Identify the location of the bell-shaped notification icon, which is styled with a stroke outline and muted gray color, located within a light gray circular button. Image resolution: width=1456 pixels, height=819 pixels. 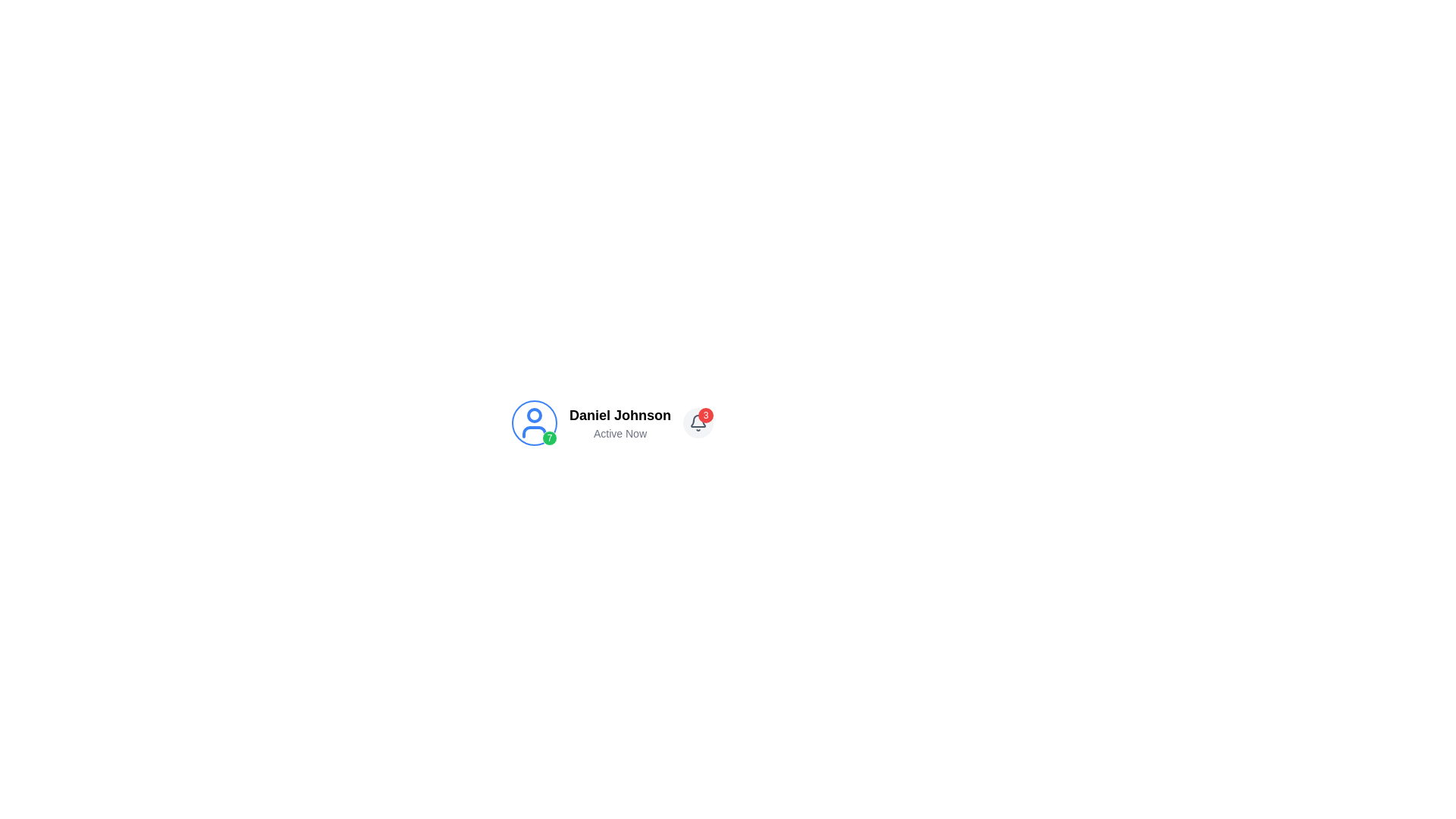
(698, 423).